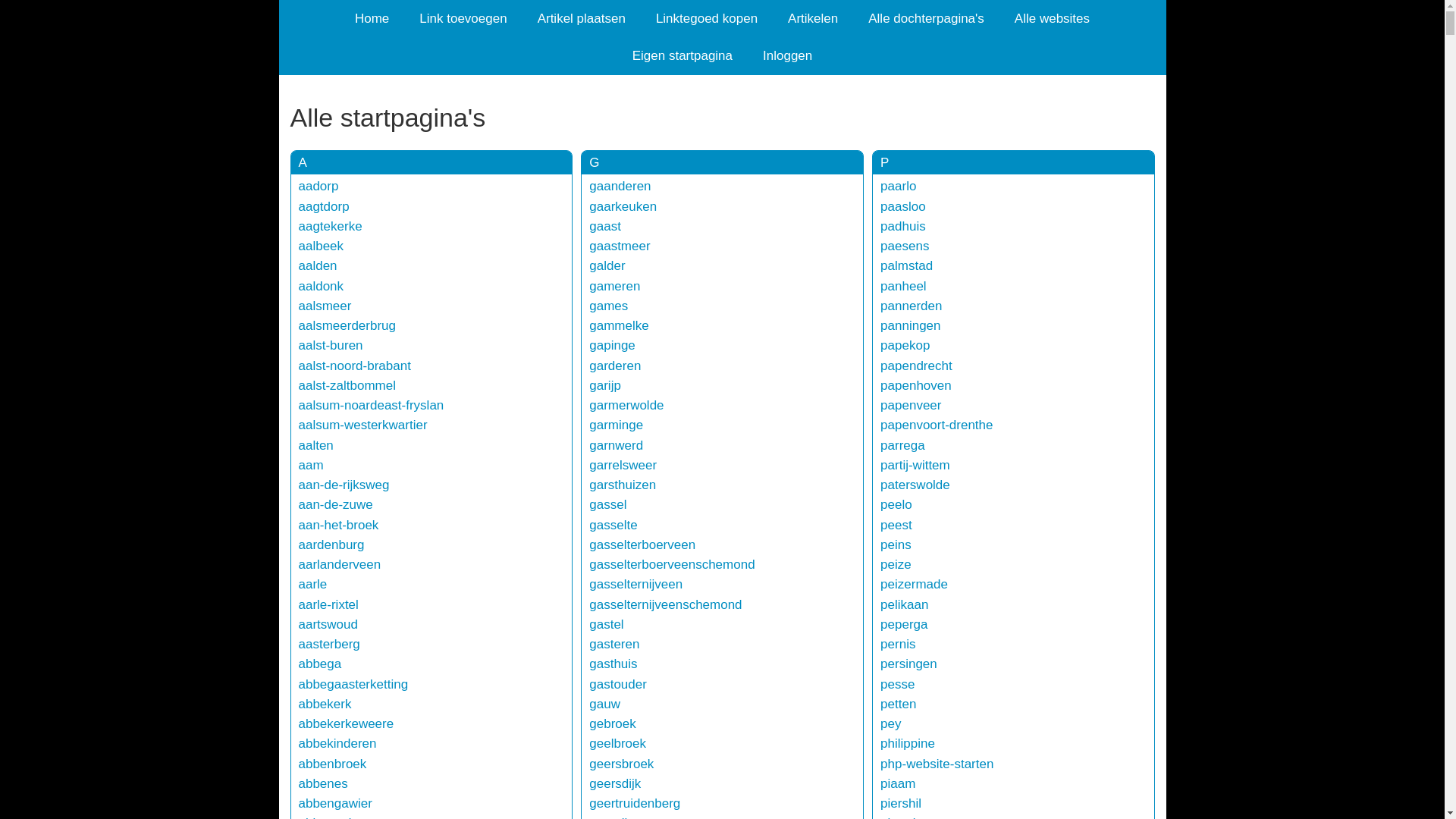 The height and width of the screenshot is (819, 1456). I want to click on 'philippine', so click(907, 742).